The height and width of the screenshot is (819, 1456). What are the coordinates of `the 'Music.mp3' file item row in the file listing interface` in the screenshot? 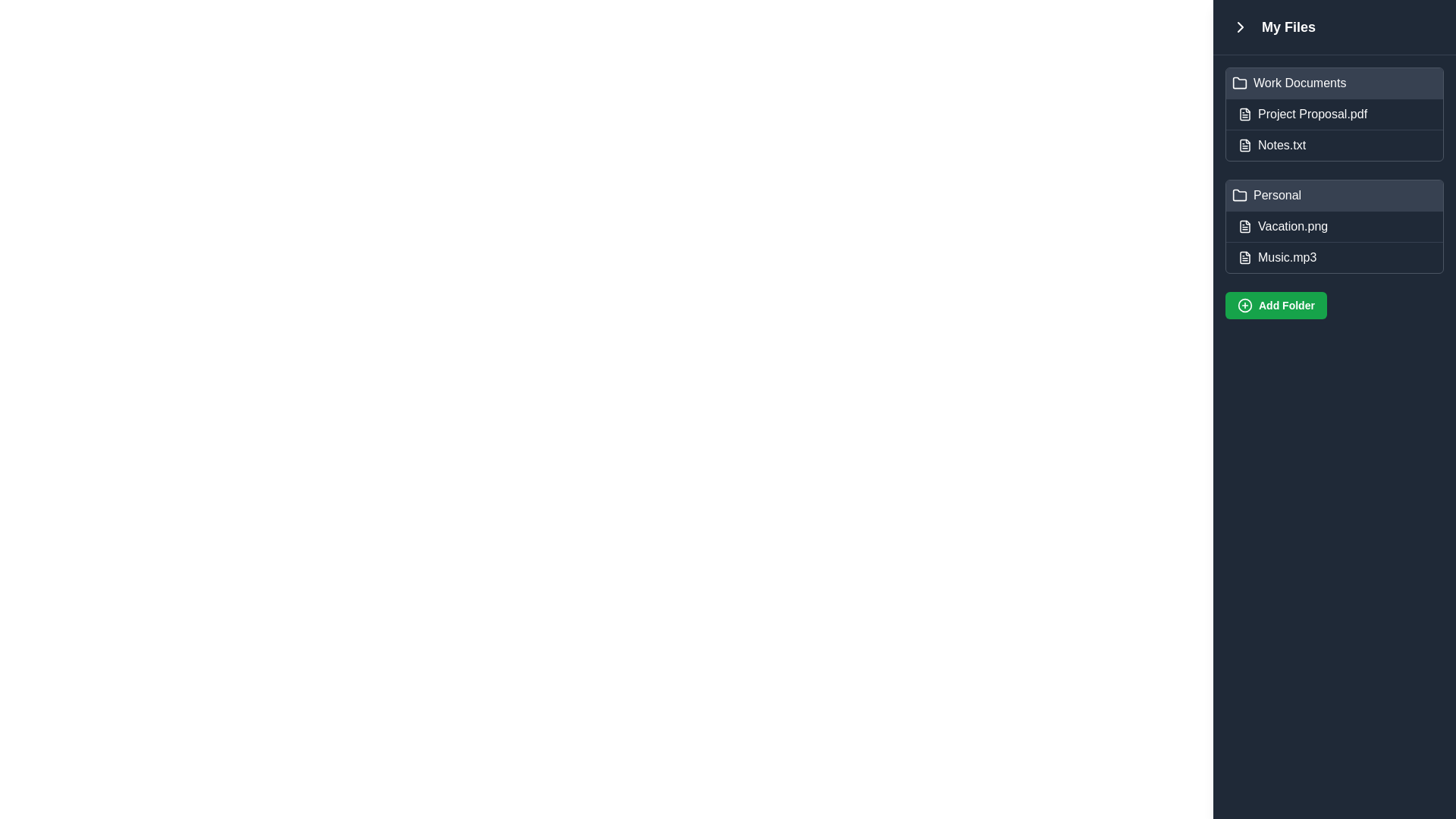 It's located at (1335, 256).